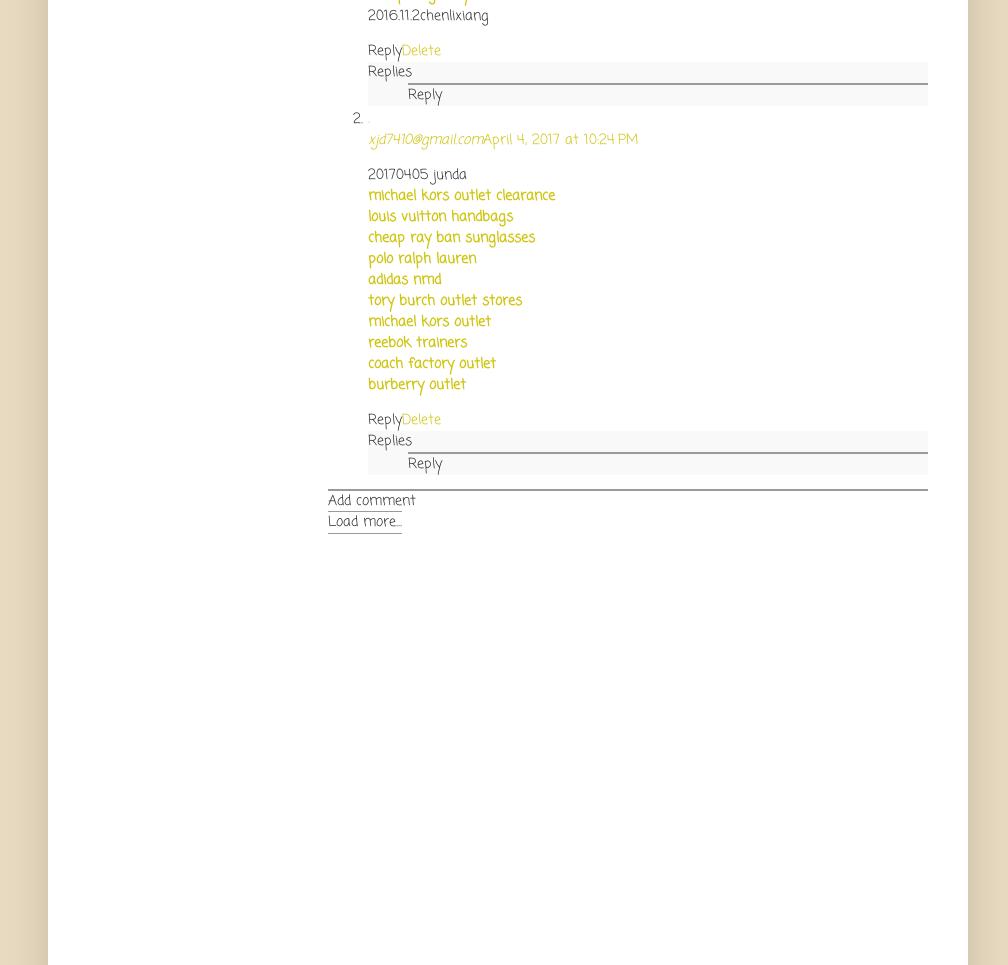  Describe the element at coordinates (461, 195) in the screenshot. I see `'michael kors outlet clearance'` at that location.